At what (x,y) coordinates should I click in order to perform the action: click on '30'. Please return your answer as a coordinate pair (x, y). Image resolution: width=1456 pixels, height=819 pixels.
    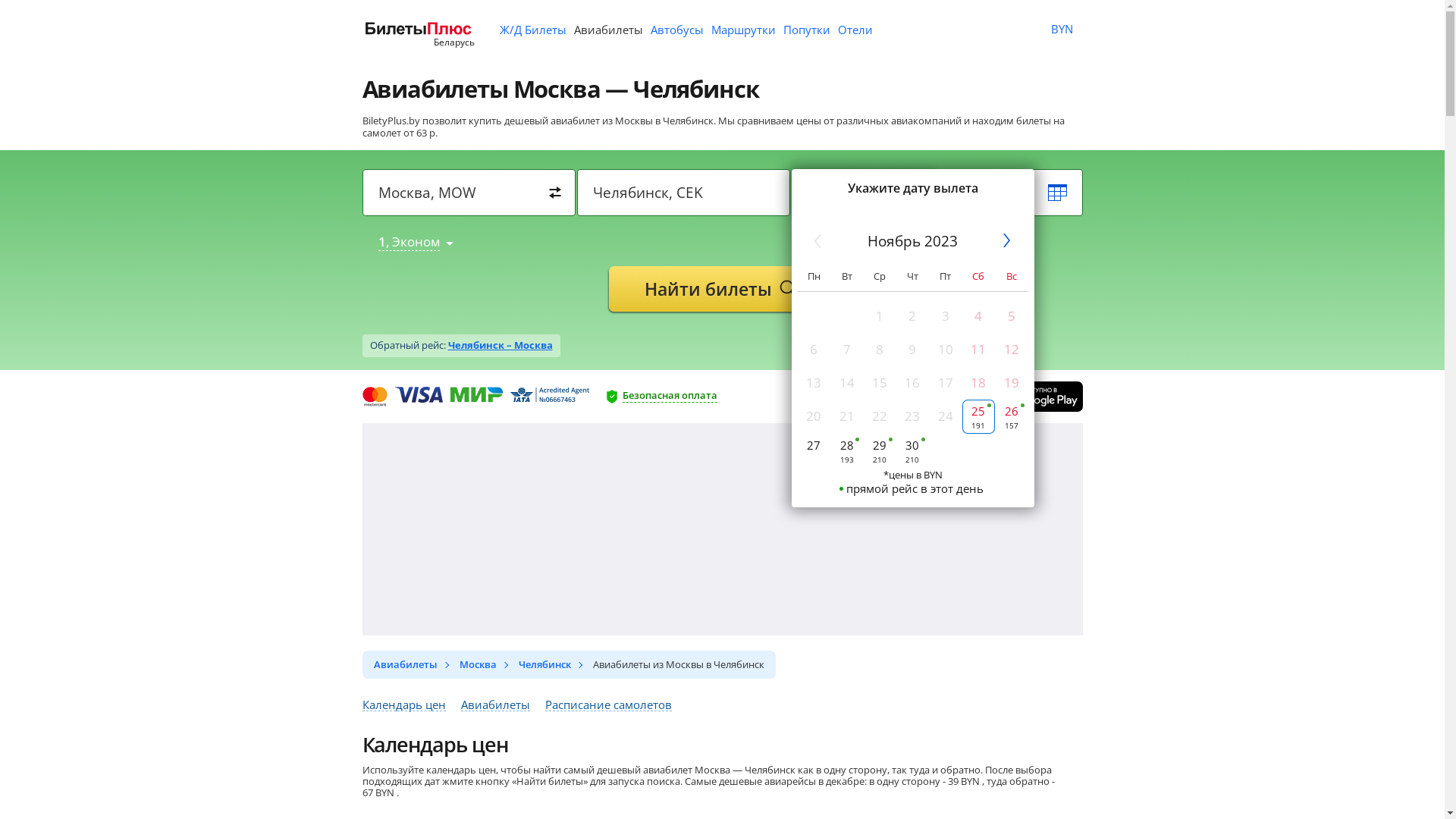
    Looking at the image, I should click on (912, 450).